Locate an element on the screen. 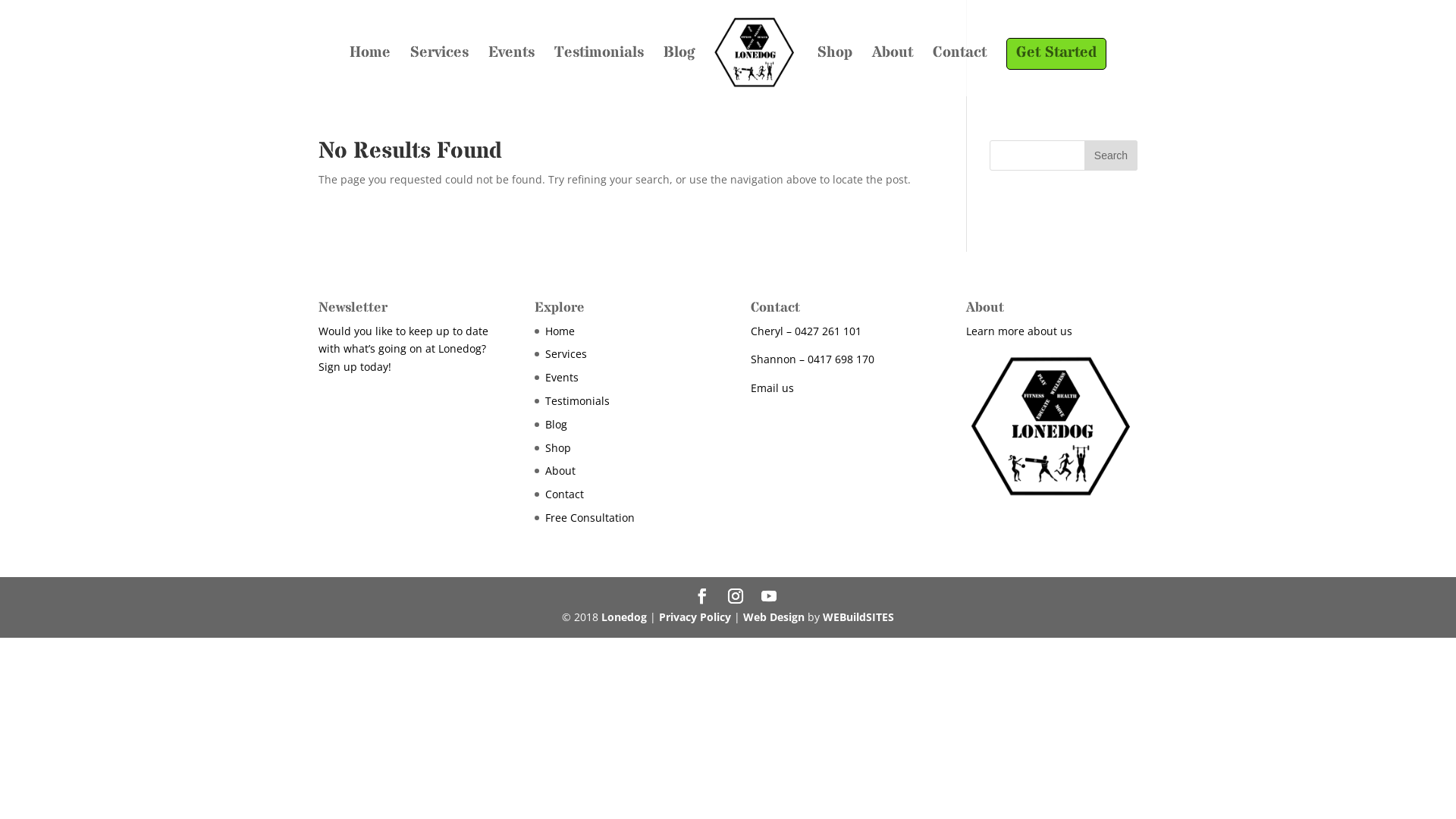  'Privacy Policy' is located at coordinates (694, 617).